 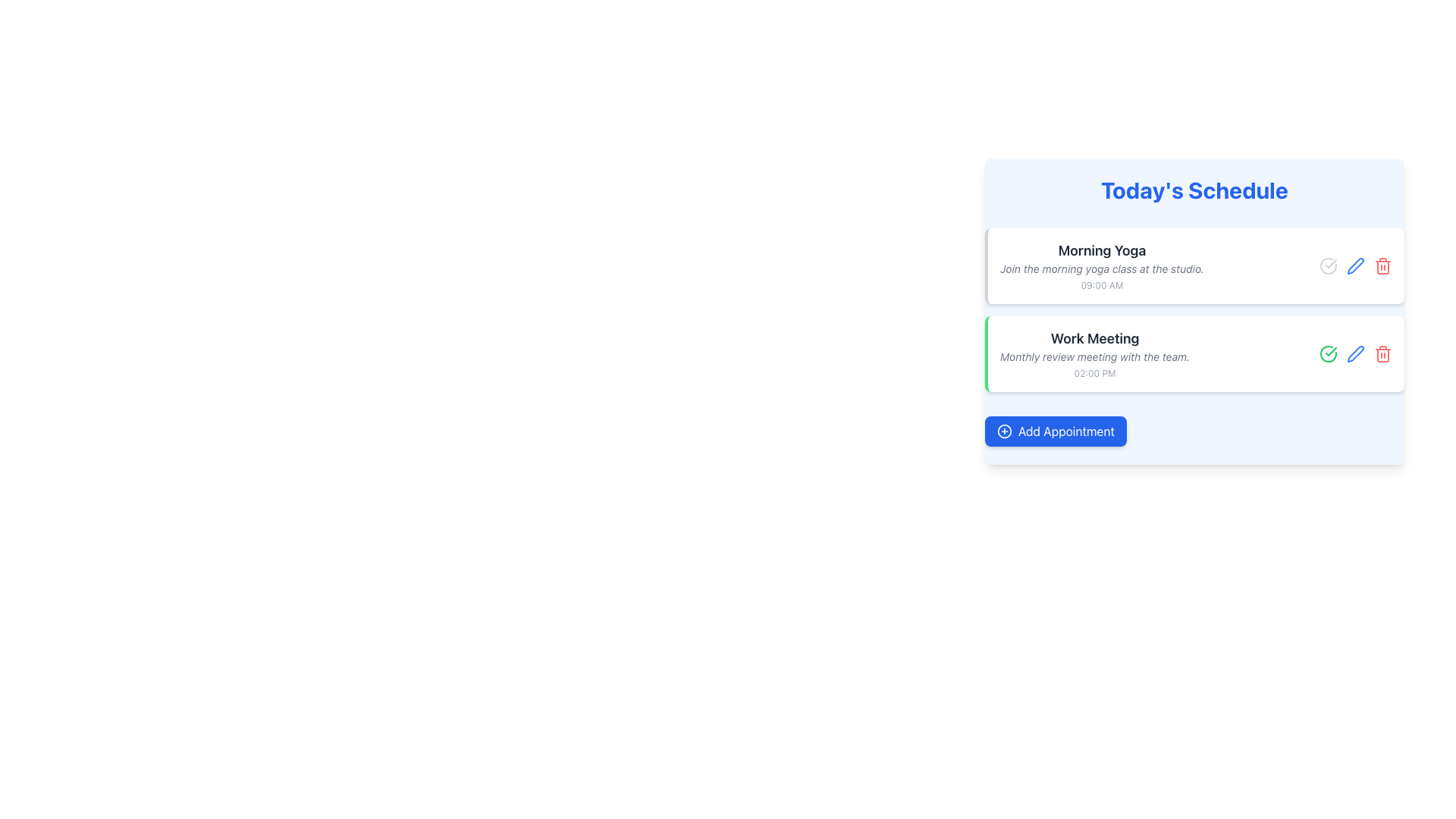 I want to click on the text label at the bottom of the 'Today's Schedule' card, so click(x=1065, y=431).